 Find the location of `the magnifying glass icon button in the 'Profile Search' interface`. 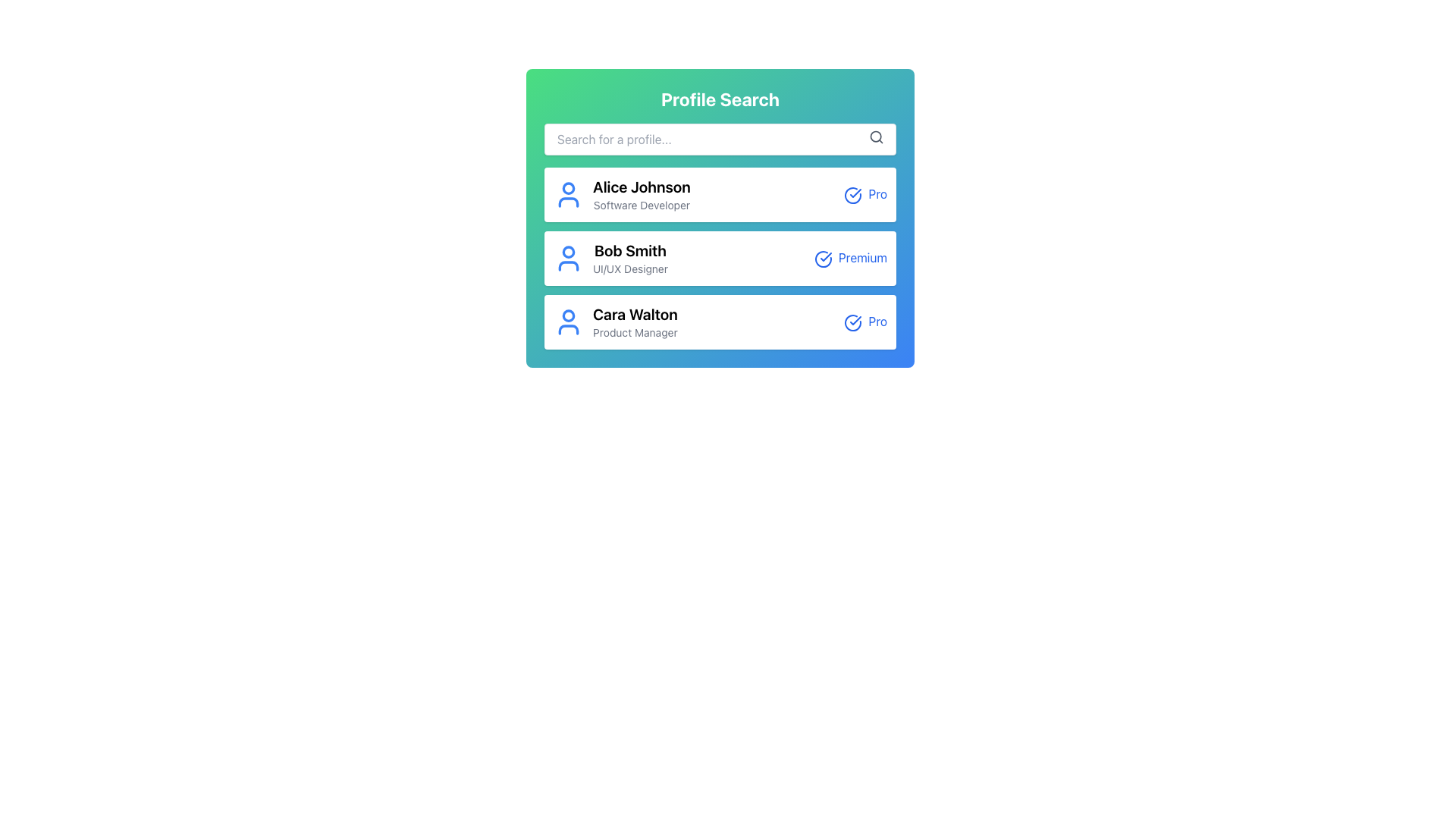

the magnifying glass icon button in the 'Profile Search' interface is located at coordinates (877, 137).